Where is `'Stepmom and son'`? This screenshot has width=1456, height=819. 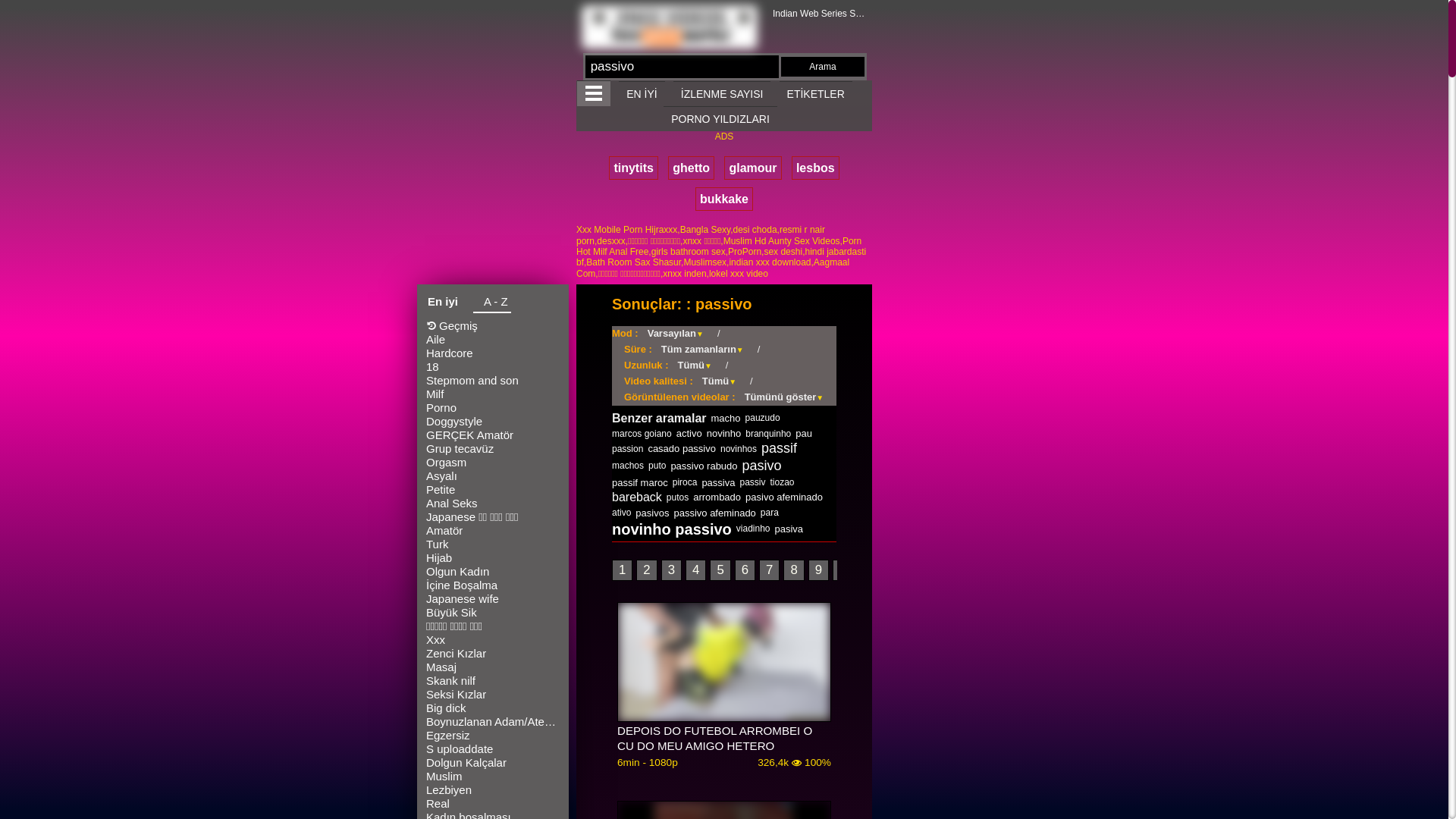
'Stepmom and son' is located at coordinates (492, 379).